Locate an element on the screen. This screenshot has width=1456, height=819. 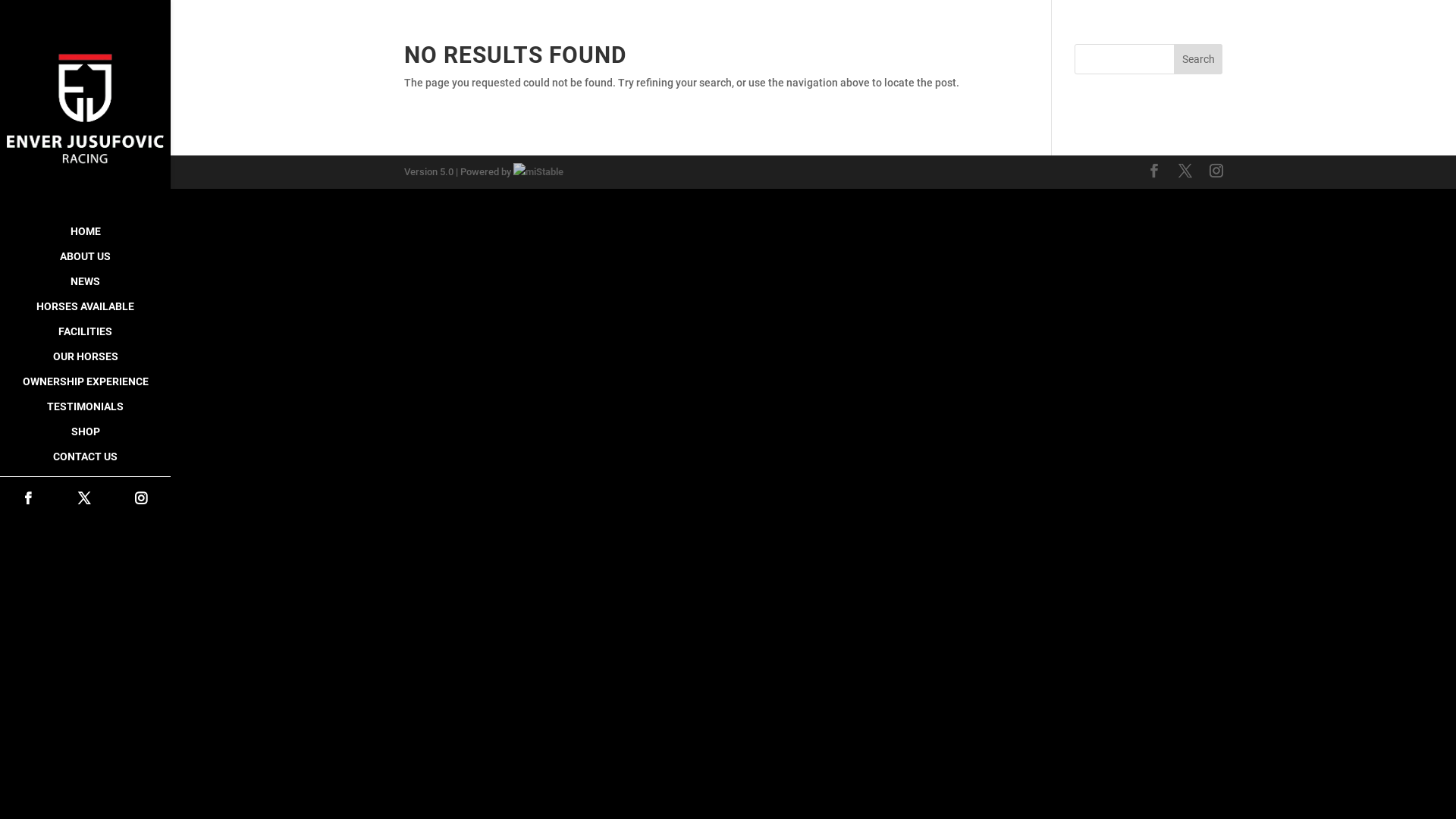
'Search' is located at coordinates (1197, 58).